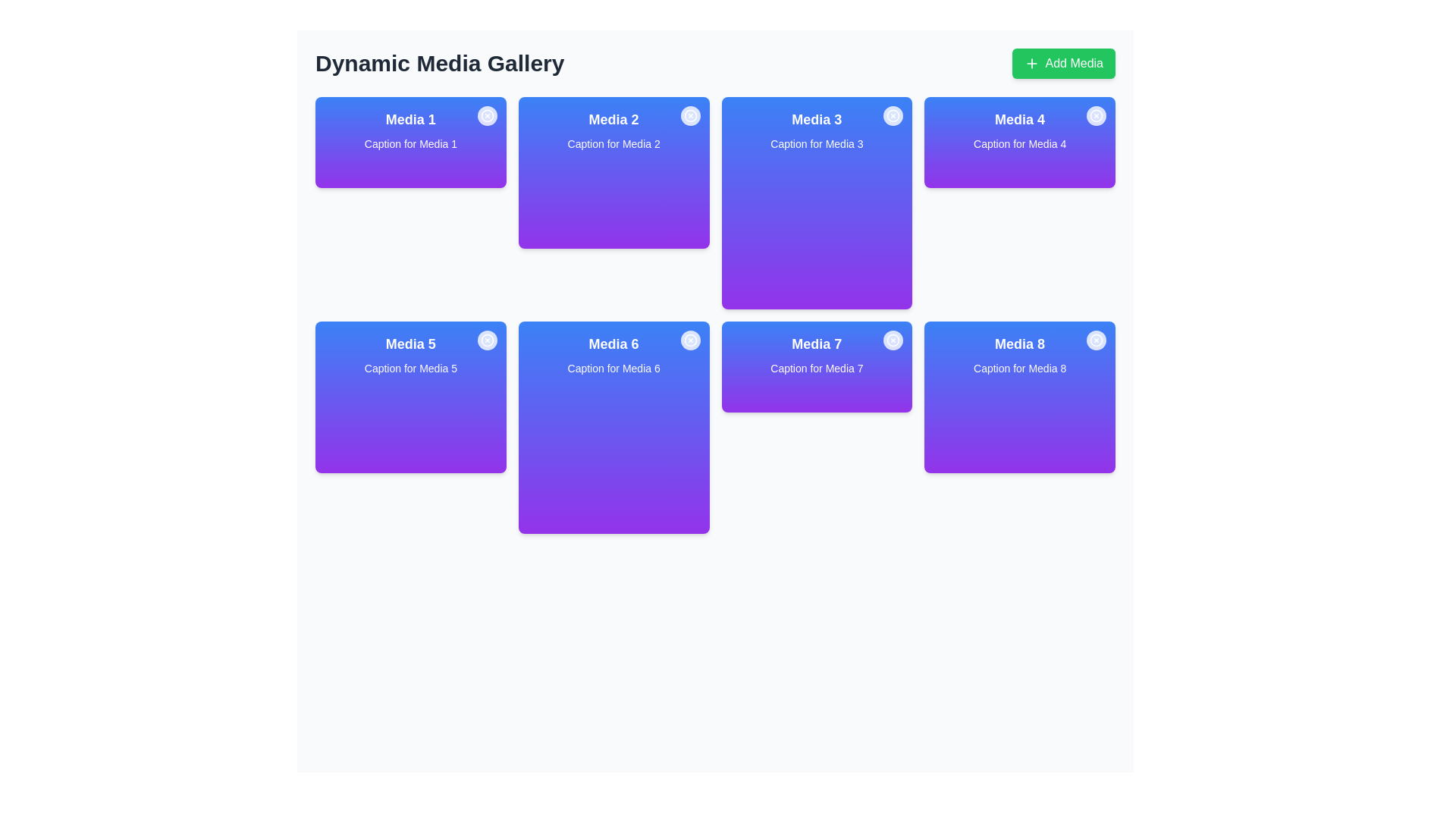 The width and height of the screenshot is (1456, 819). Describe the element at coordinates (410, 344) in the screenshot. I see `text label at the center-top area of the 'Media 5' card, which serves as a heading identifying the content of the card` at that location.